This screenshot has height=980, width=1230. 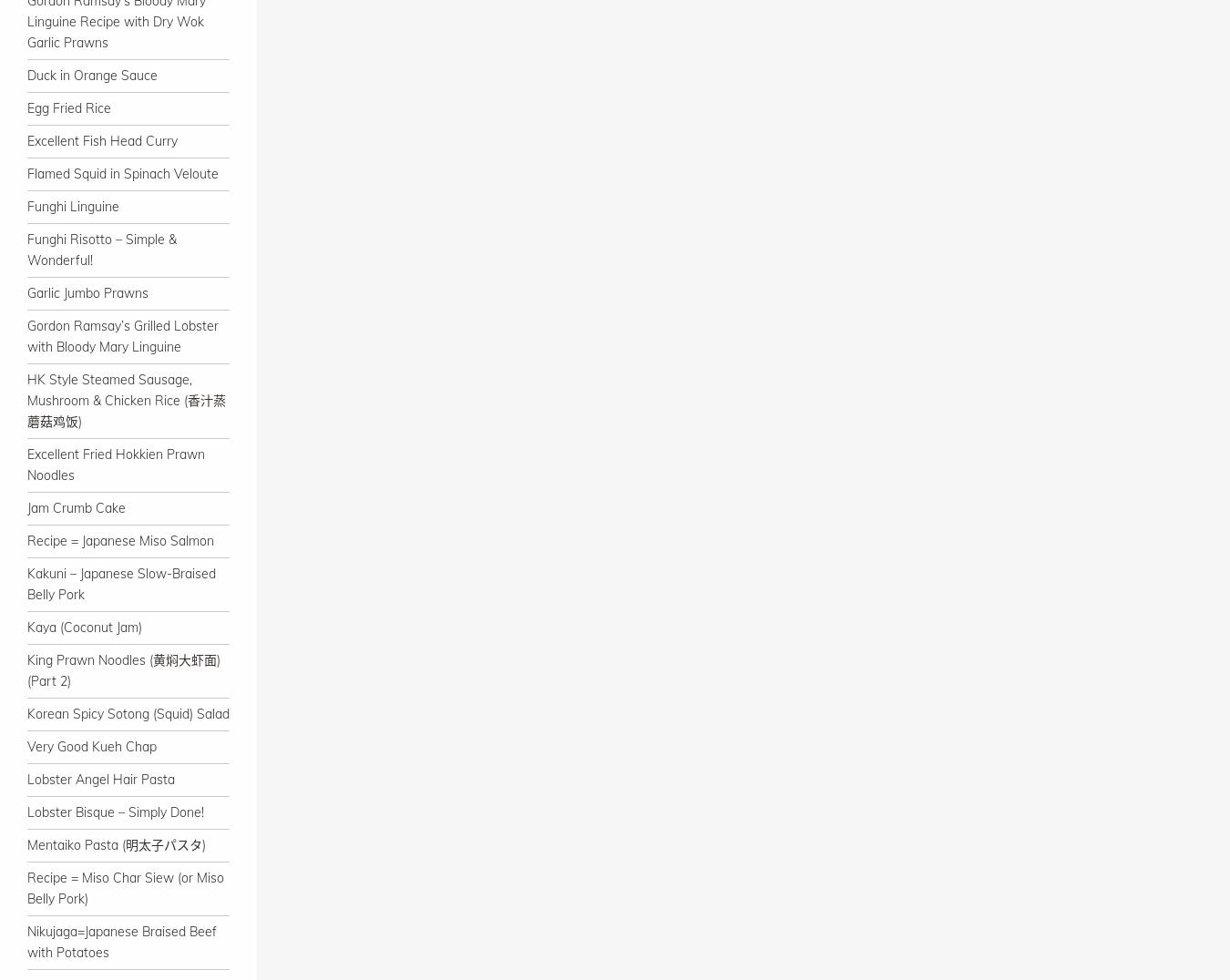 I want to click on 'Recipe = Miso Char Siew (or Miso Belly Pork)', so click(x=125, y=888).